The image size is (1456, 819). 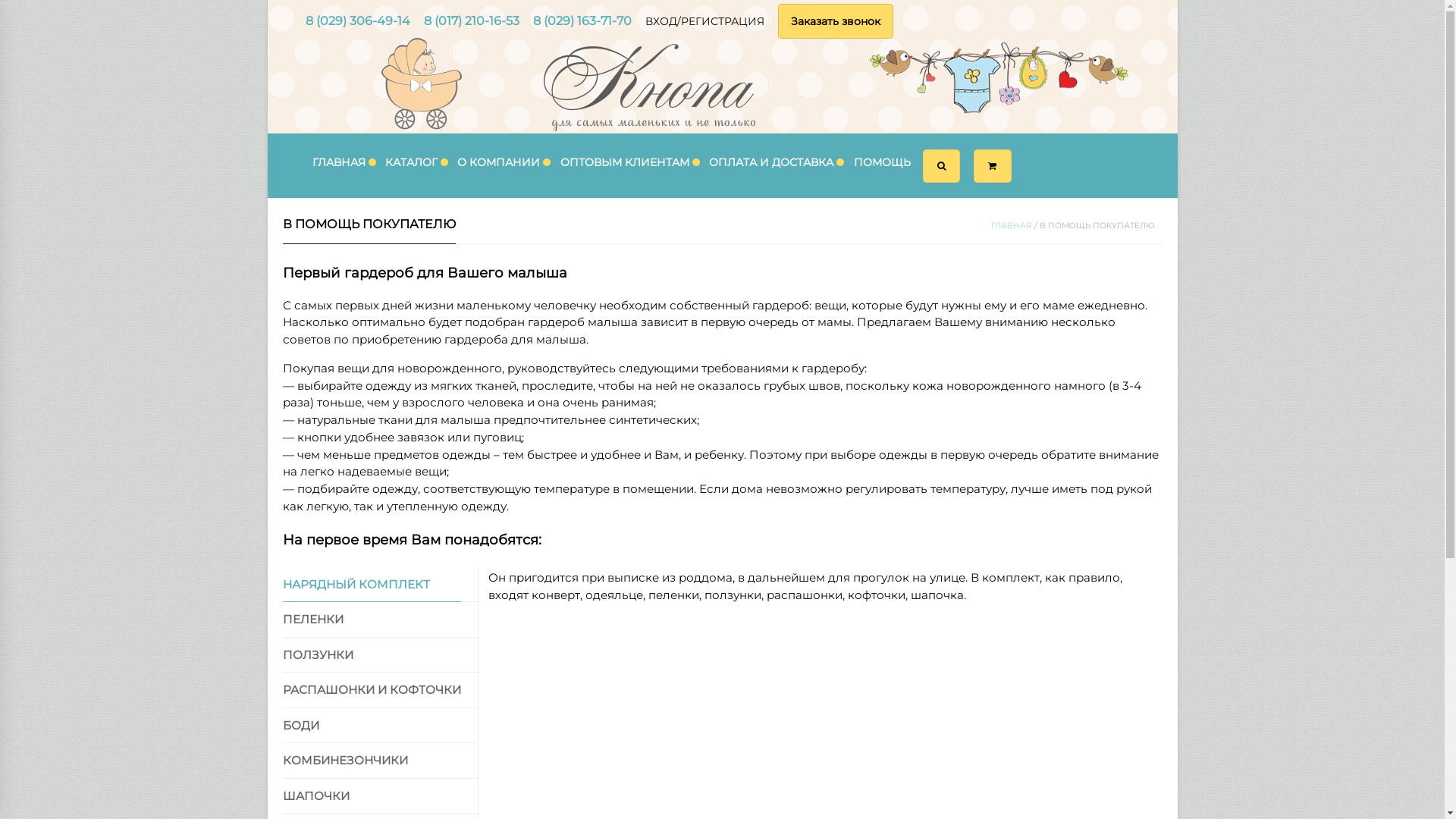 What do you see at coordinates (356, 20) in the screenshot?
I see `'8 (029) 306-49-14'` at bounding box center [356, 20].